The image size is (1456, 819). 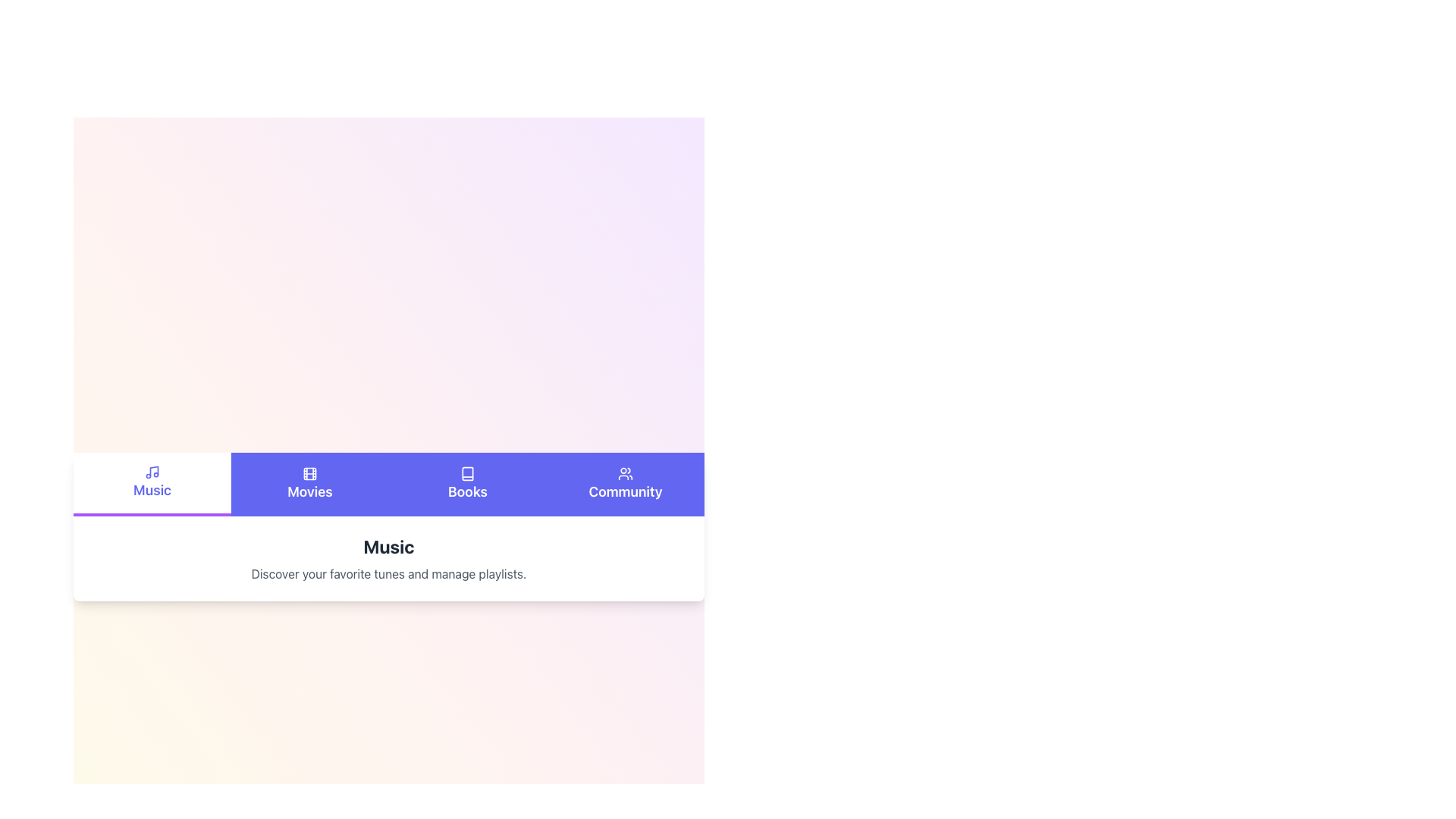 I want to click on the 'Music' text label located at the bottom of the navigation menu item, so click(x=152, y=491).